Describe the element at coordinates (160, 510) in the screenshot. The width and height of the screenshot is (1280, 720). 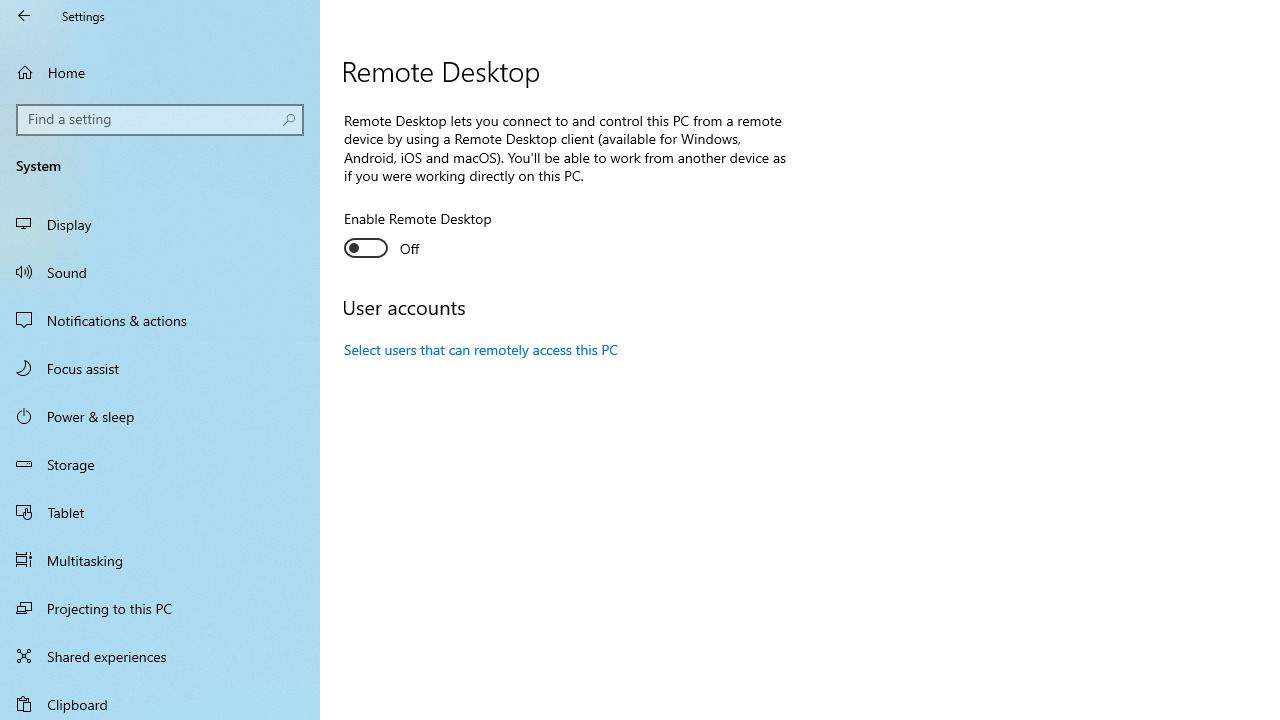
I see `'Tablet'` at that location.